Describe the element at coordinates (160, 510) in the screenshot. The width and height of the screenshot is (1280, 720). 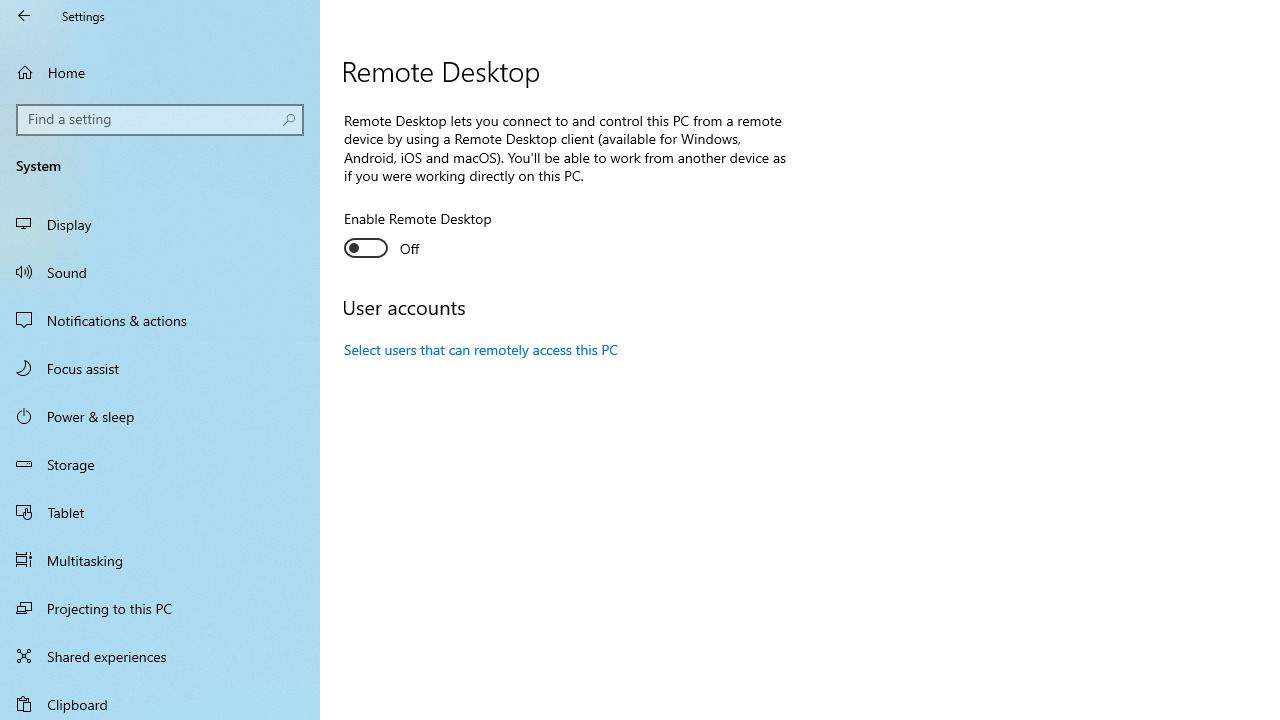
I see `'Tablet'` at that location.